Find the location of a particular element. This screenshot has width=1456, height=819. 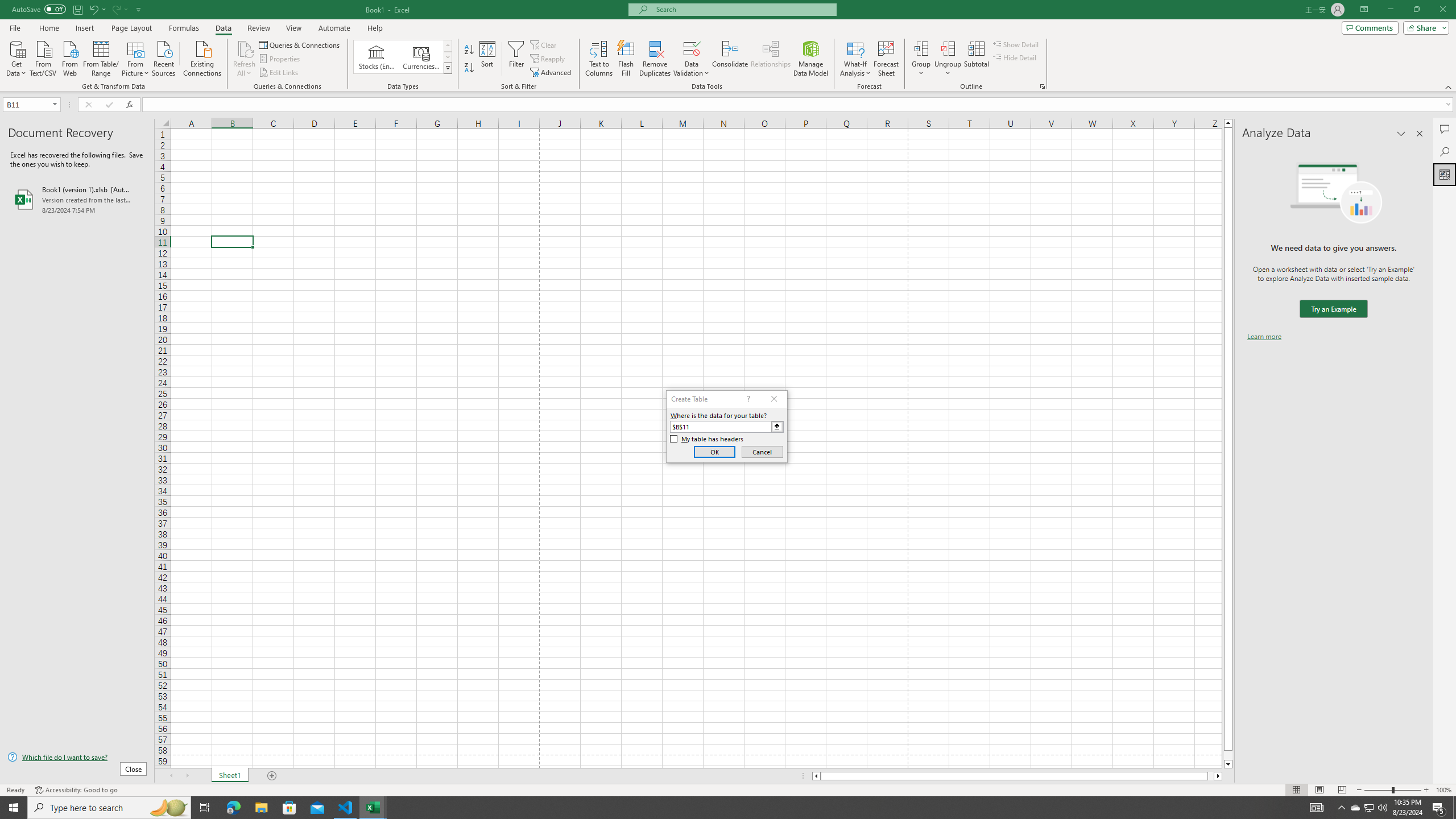

'Refresh All' is located at coordinates (244, 59).